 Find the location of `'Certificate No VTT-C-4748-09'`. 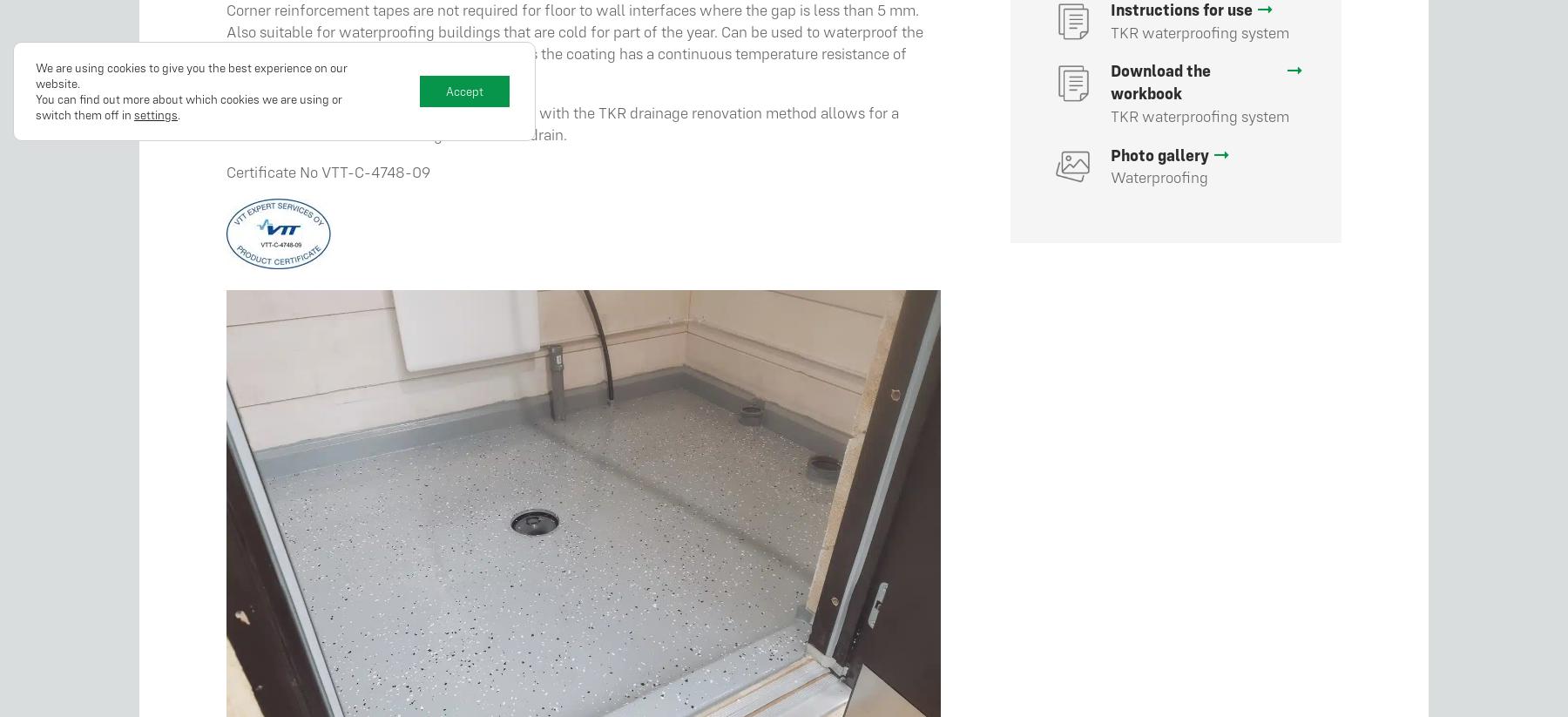

'Certificate No VTT-C-4748-09' is located at coordinates (328, 171).